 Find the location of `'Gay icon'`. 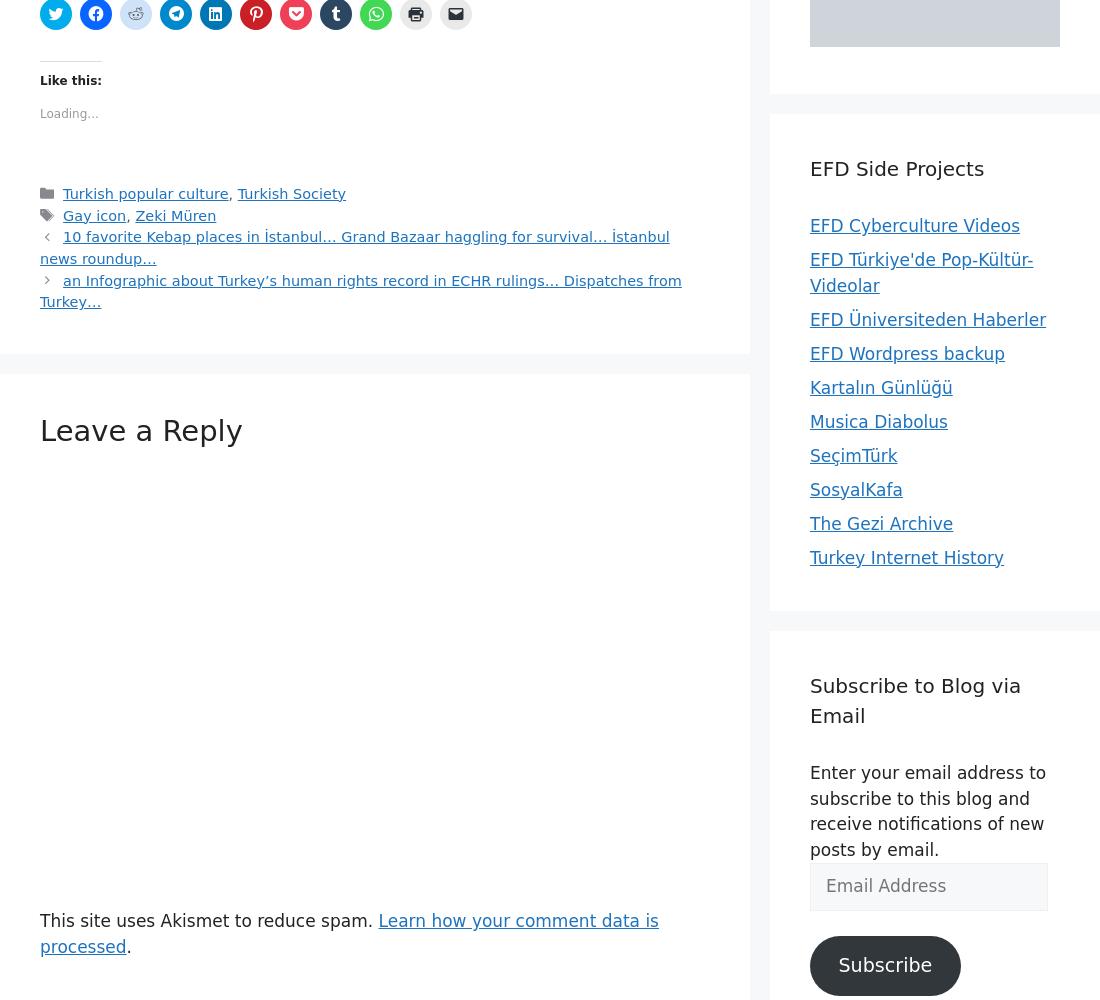

'Gay icon' is located at coordinates (62, 214).